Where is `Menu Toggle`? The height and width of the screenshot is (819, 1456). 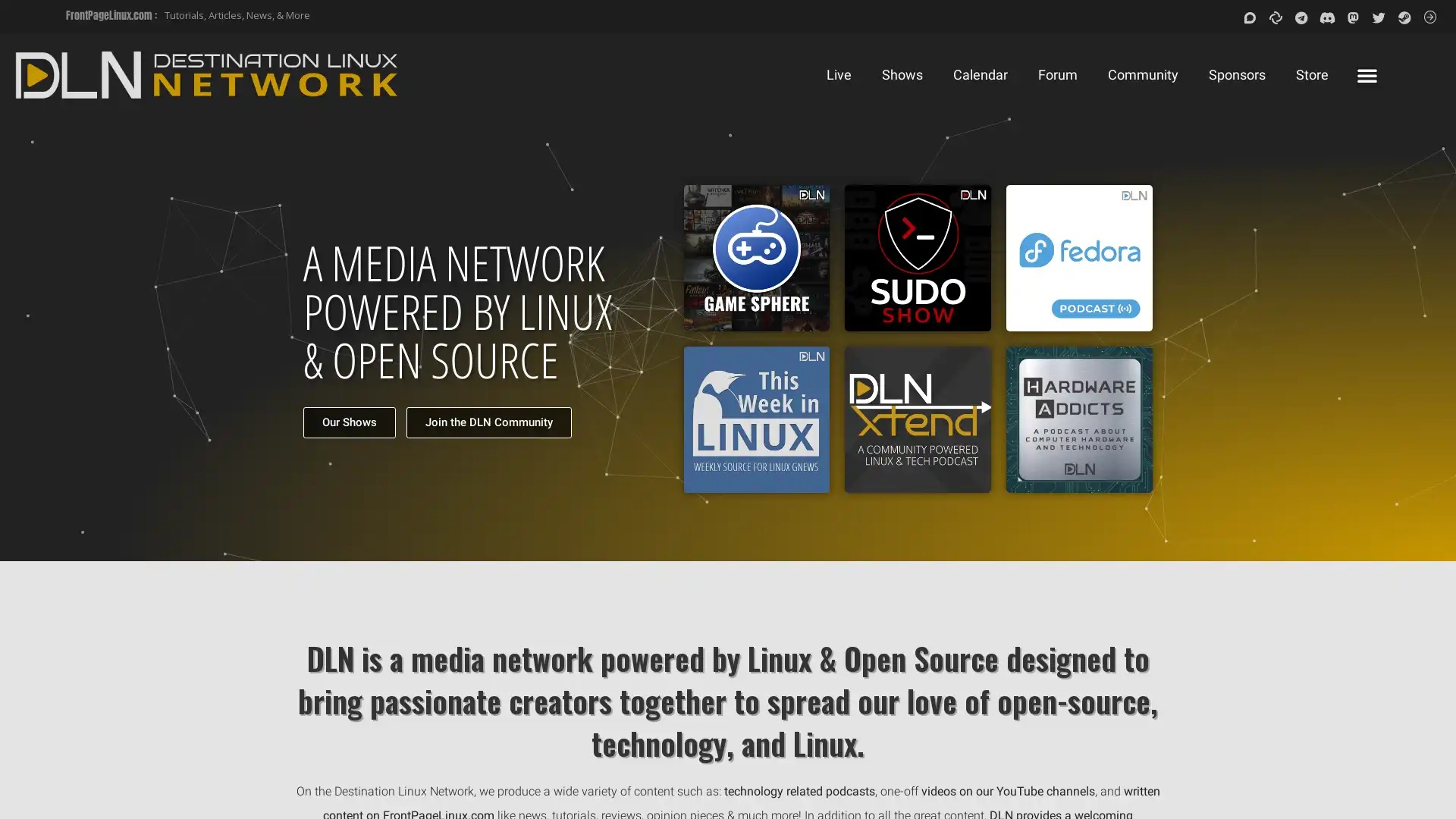 Menu Toggle is located at coordinates (1366, 75).